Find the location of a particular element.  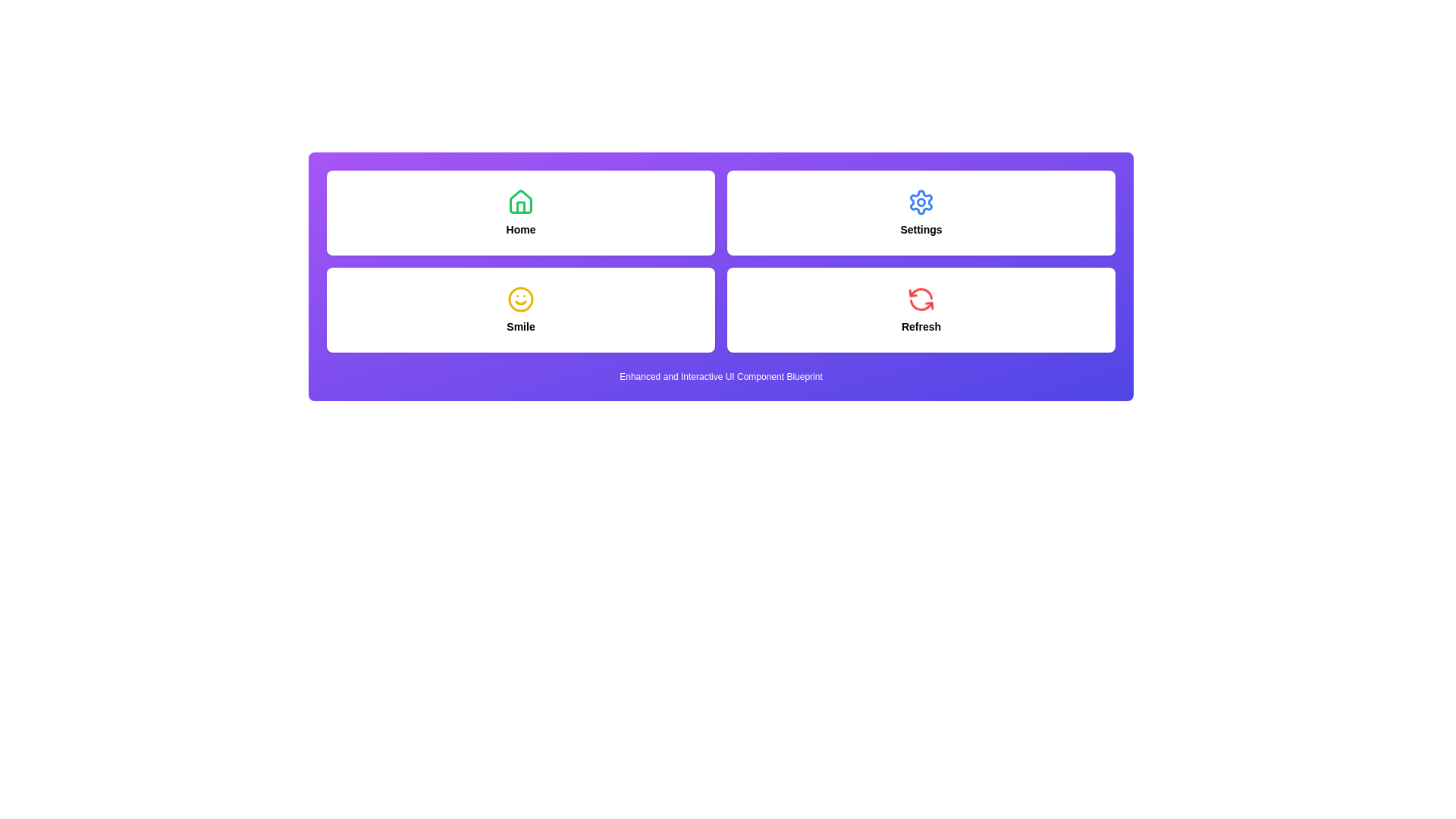

the gear icon representing settings or configuration options located in the top-right quadrant of the interface is located at coordinates (920, 201).